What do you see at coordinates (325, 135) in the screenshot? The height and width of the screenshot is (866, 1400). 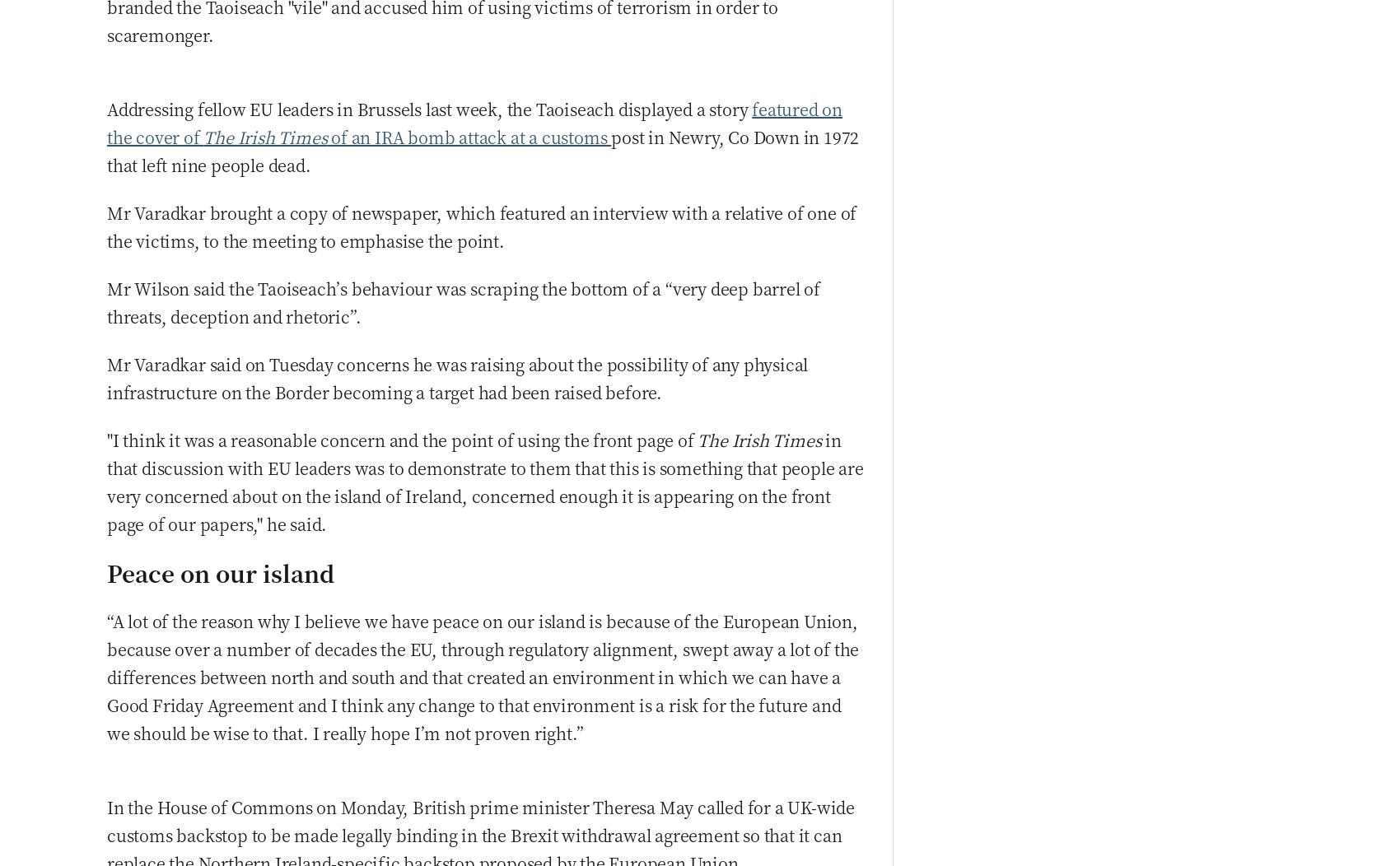 I see `'of an IRA bomb attack at a customs'` at bounding box center [325, 135].